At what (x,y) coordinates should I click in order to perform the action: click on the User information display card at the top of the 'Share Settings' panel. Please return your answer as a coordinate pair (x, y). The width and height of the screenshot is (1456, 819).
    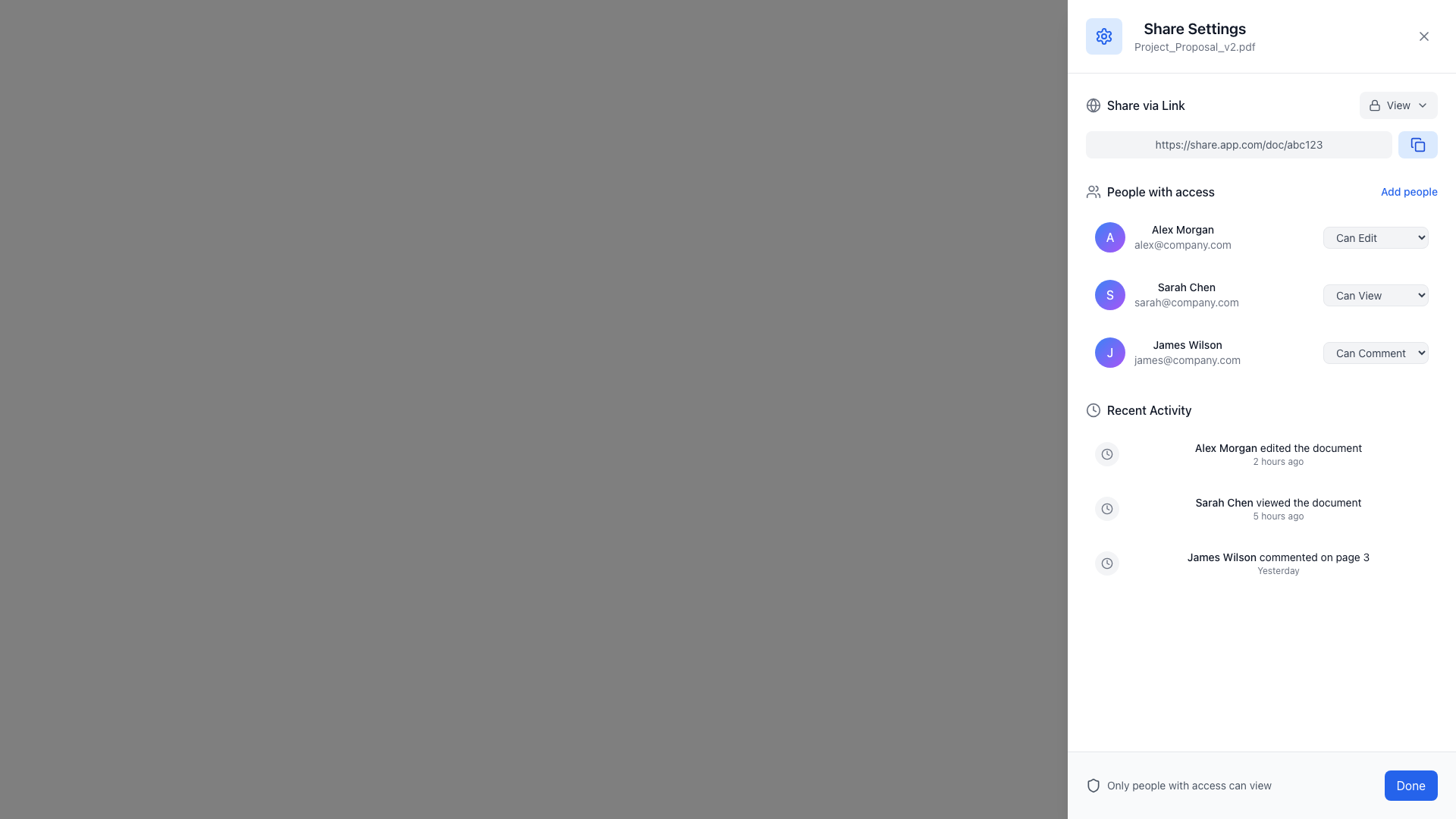
    Looking at the image, I should click on (1163, 237).